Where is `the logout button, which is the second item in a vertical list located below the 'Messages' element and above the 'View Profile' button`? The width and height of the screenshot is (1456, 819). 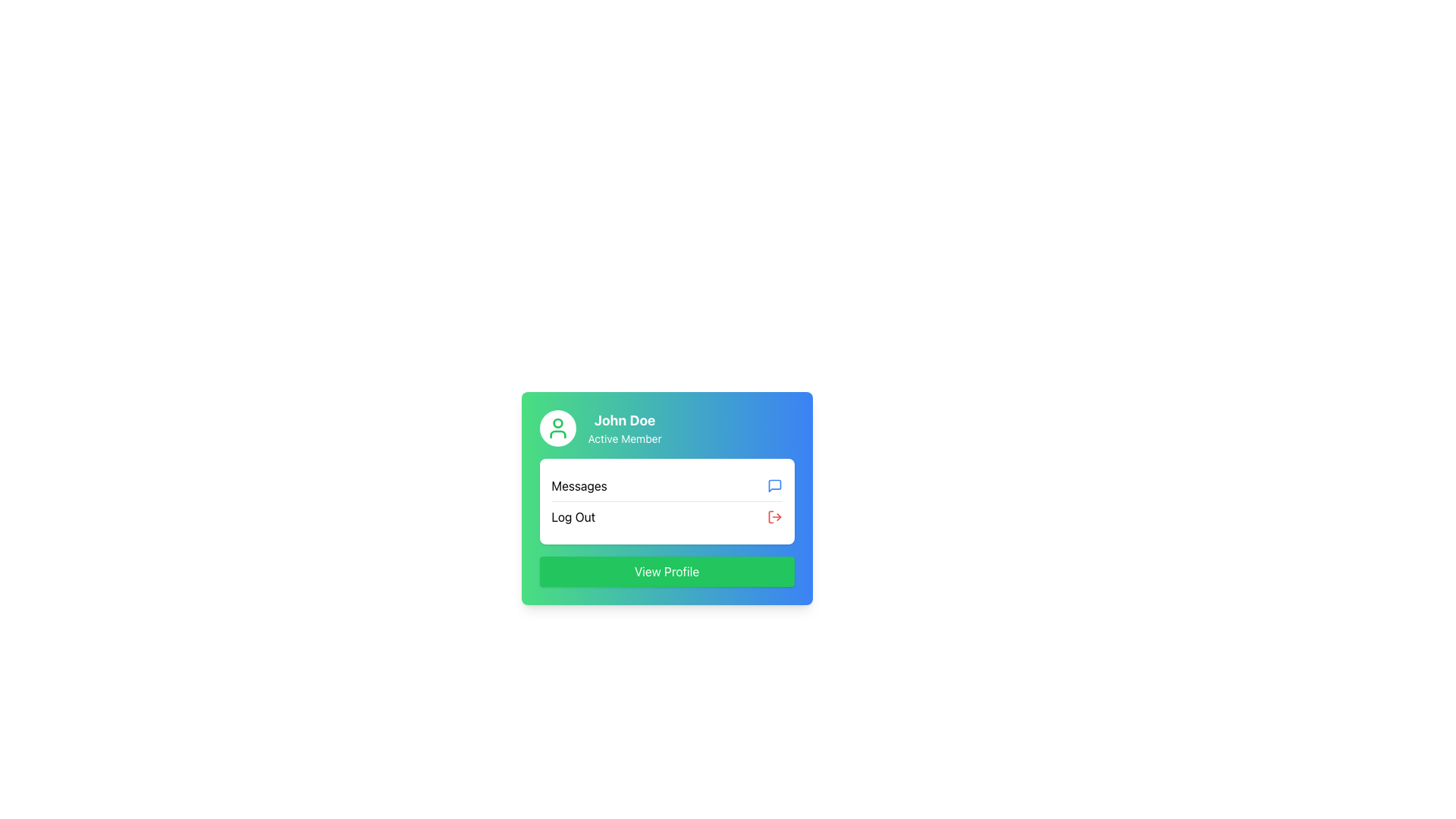
the logout button, which is the second item in a vertical list located below the 'Messages' element and above the 'View Profile' button is located at coordinates (667, 516).